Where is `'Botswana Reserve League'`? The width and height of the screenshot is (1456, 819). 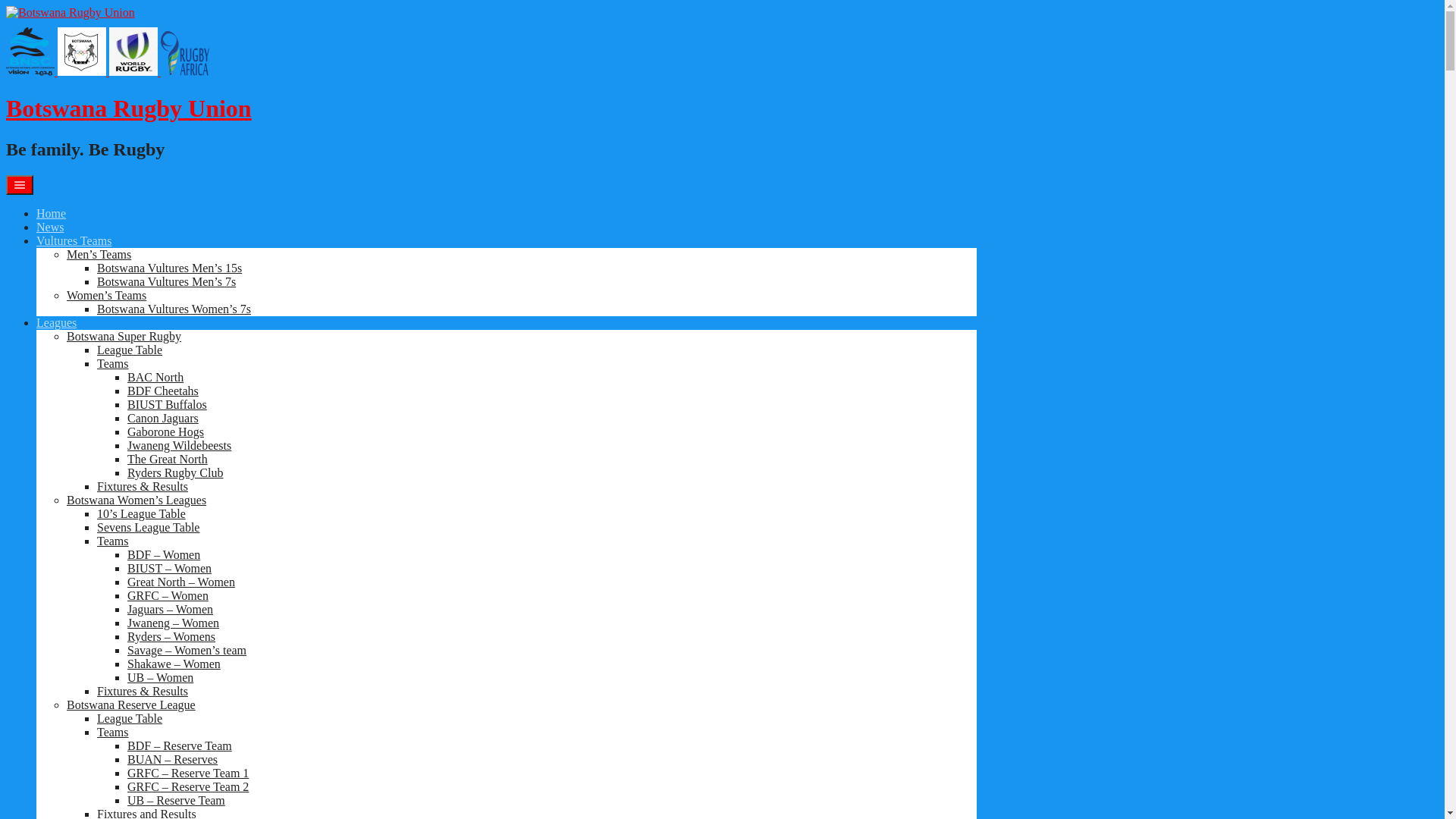
'Botswana Reserve League' is located at coordinates (65, 704).